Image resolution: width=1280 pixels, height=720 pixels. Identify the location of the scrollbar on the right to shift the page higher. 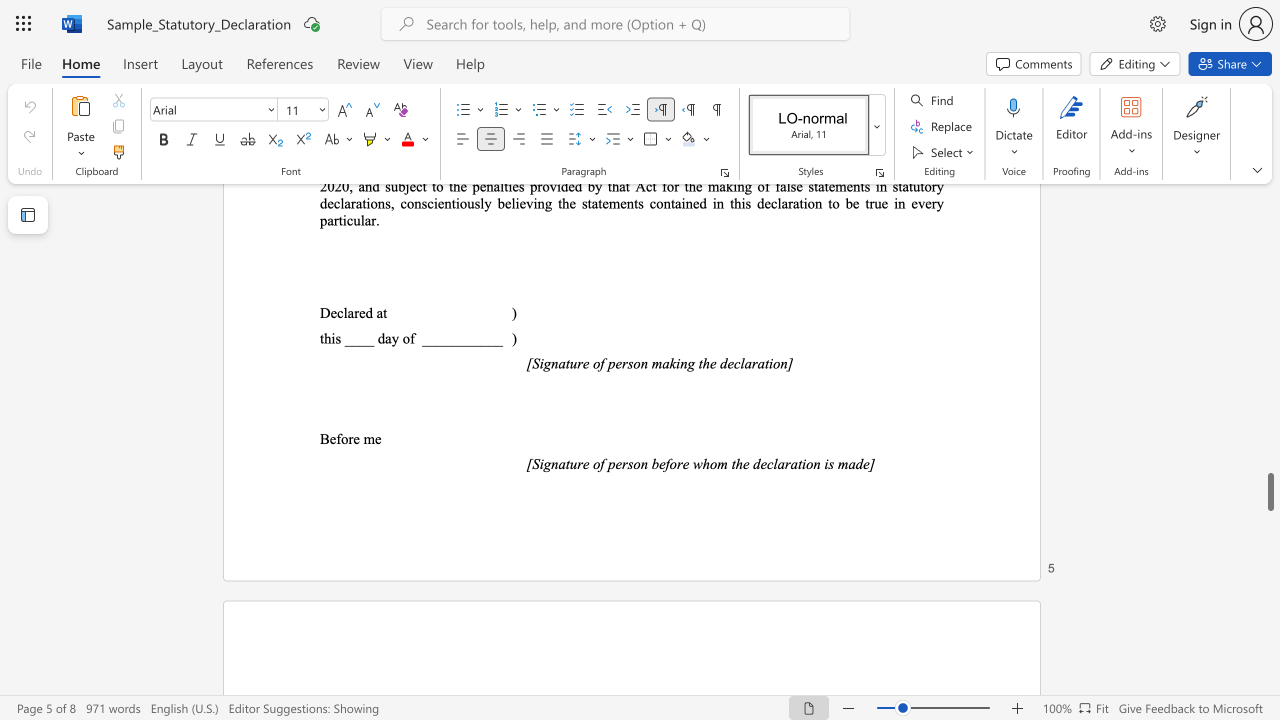
(1269, 528).